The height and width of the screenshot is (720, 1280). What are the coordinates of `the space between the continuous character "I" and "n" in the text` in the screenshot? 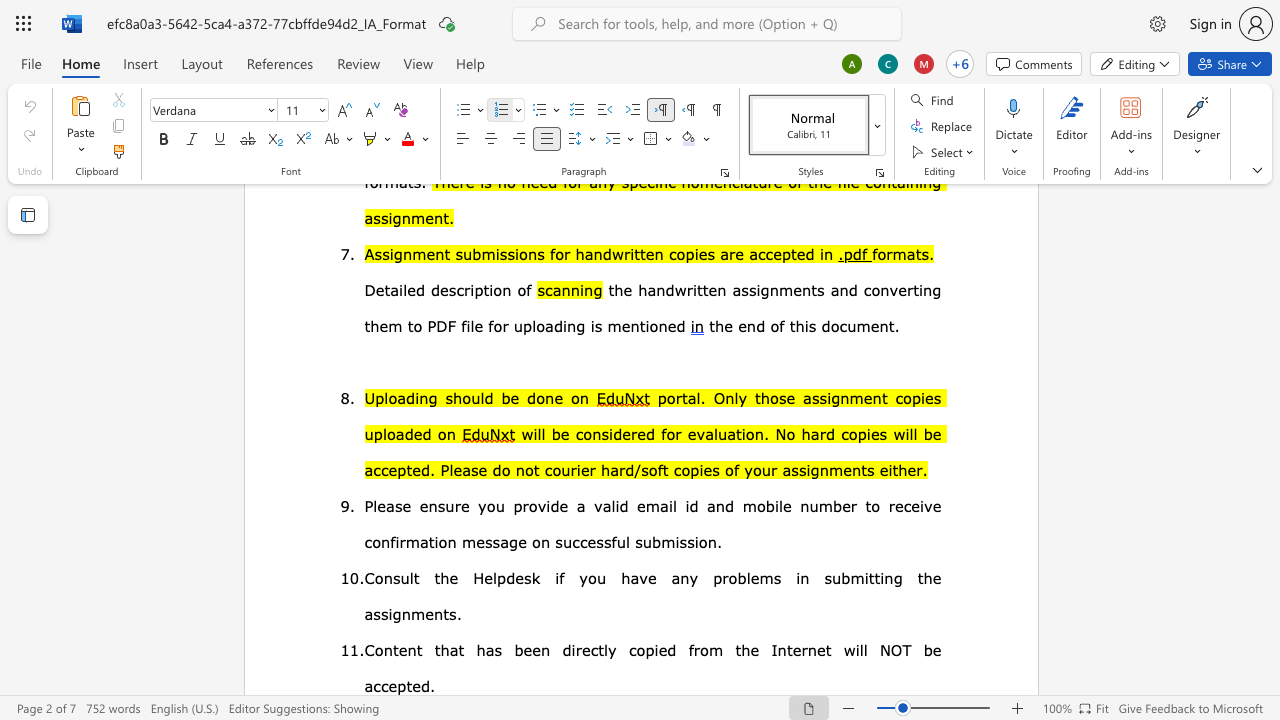 It's located at (777, 650).